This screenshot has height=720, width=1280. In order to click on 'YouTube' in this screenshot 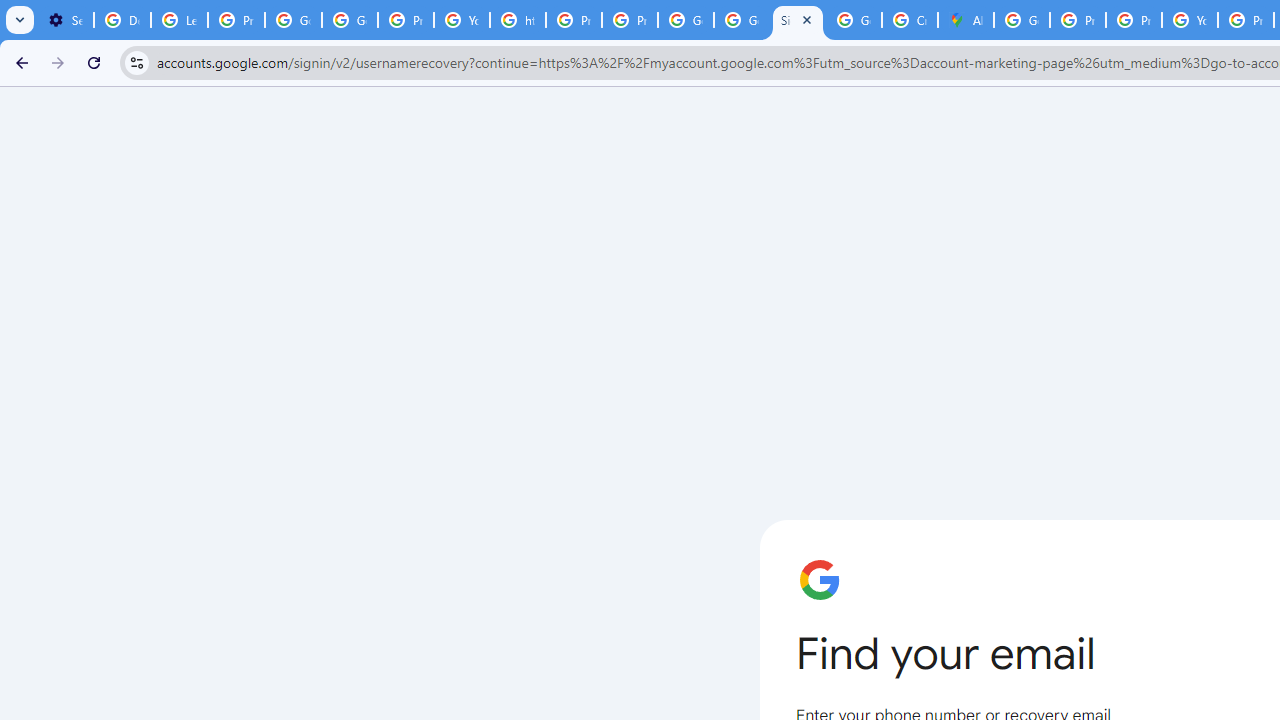, I will do `click(461, 20)`.